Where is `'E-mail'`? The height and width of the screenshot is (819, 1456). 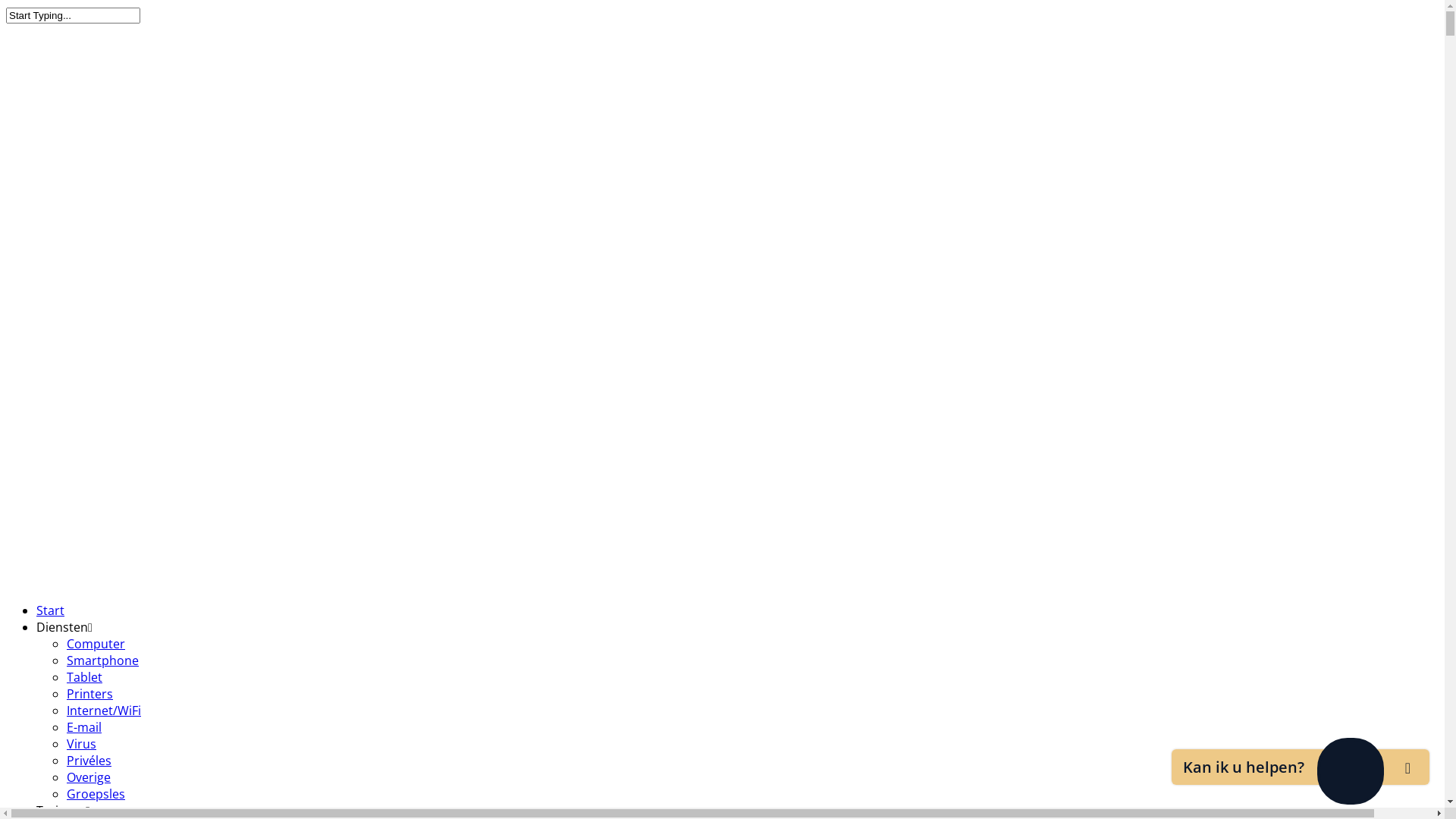 'E-mail' is located at coordinates (65, 726).